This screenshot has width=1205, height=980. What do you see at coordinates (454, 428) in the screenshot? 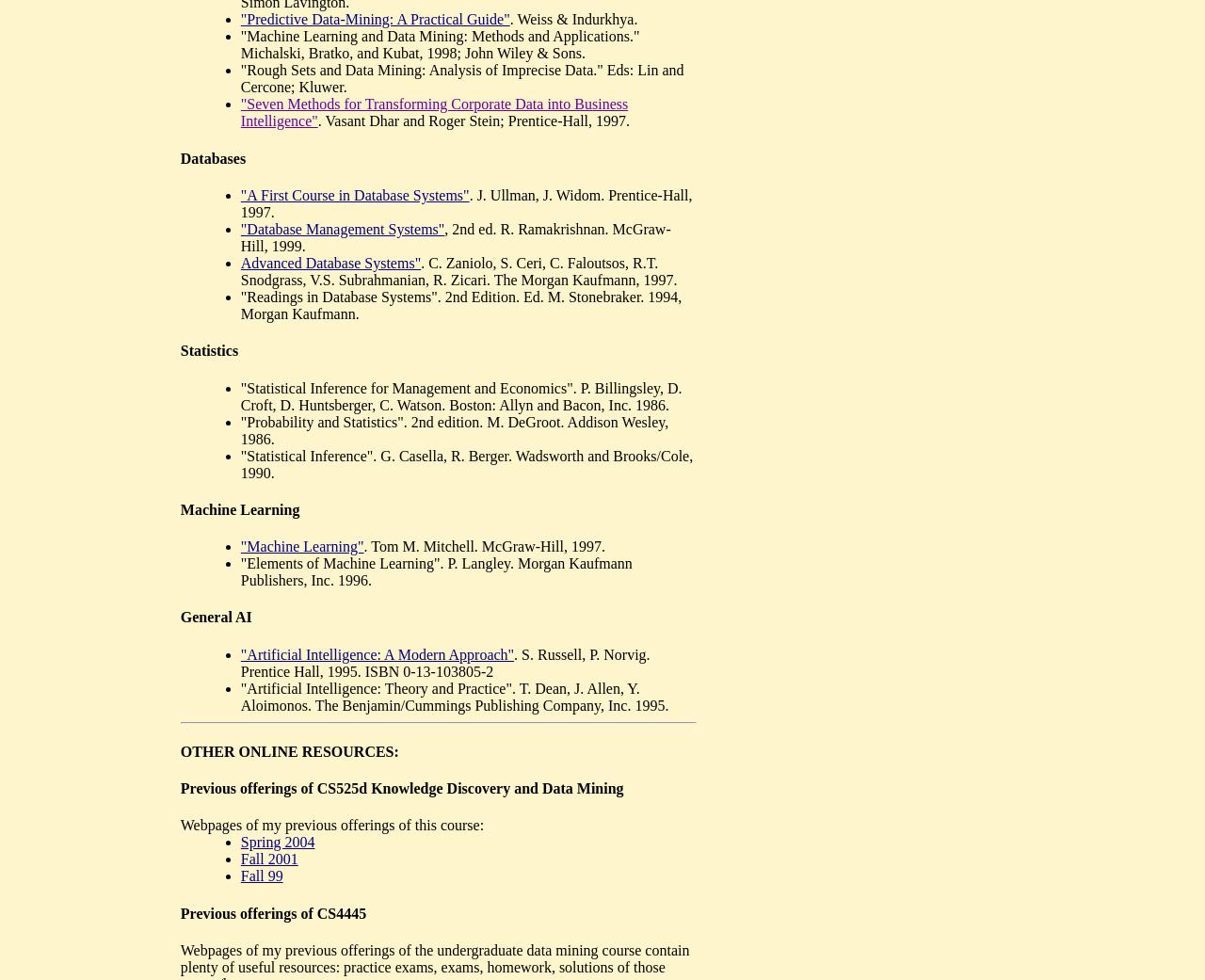
I see `'"Probability and Statistics". 2nd edition.
	M. DeGroot. Addison Wesley, 1986.'` at bounding box center [454, 428].